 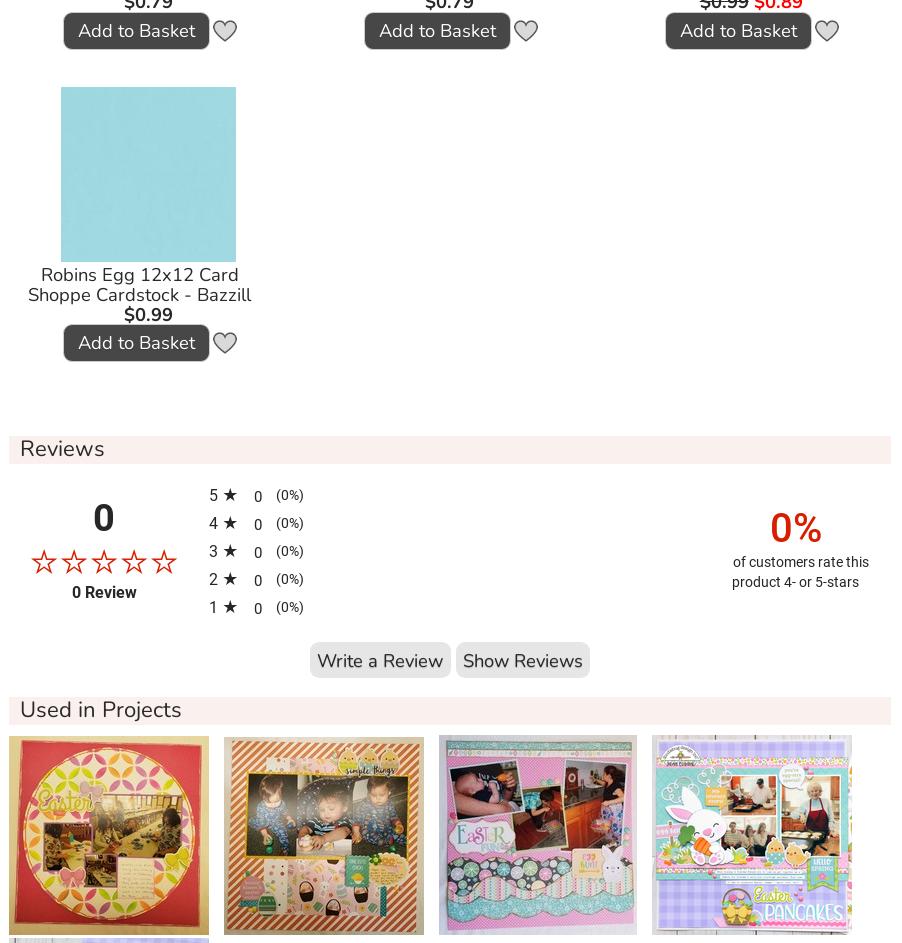 I want to click on '5', so click(x=214, y=493).